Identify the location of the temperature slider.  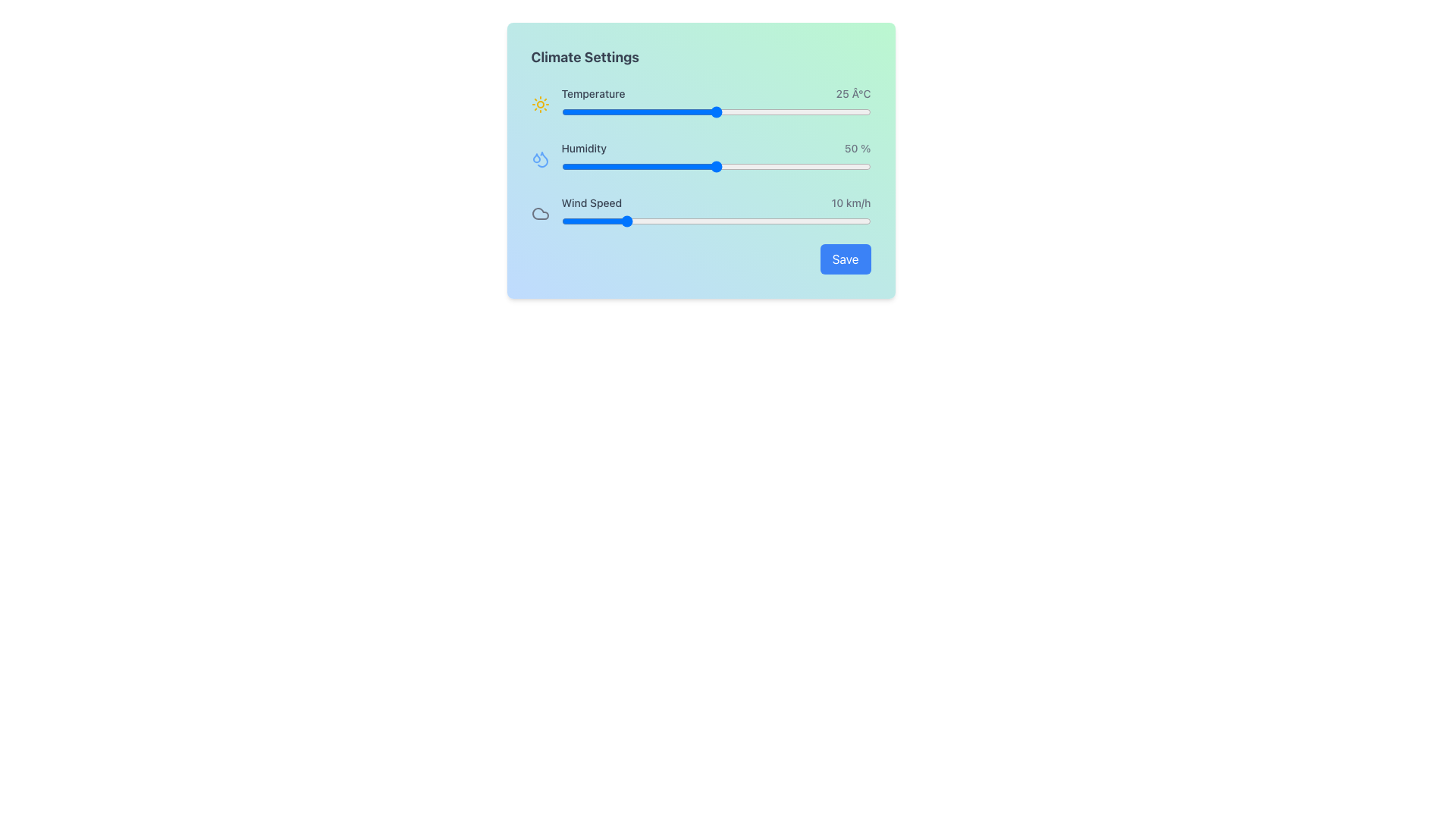
(728, 111).